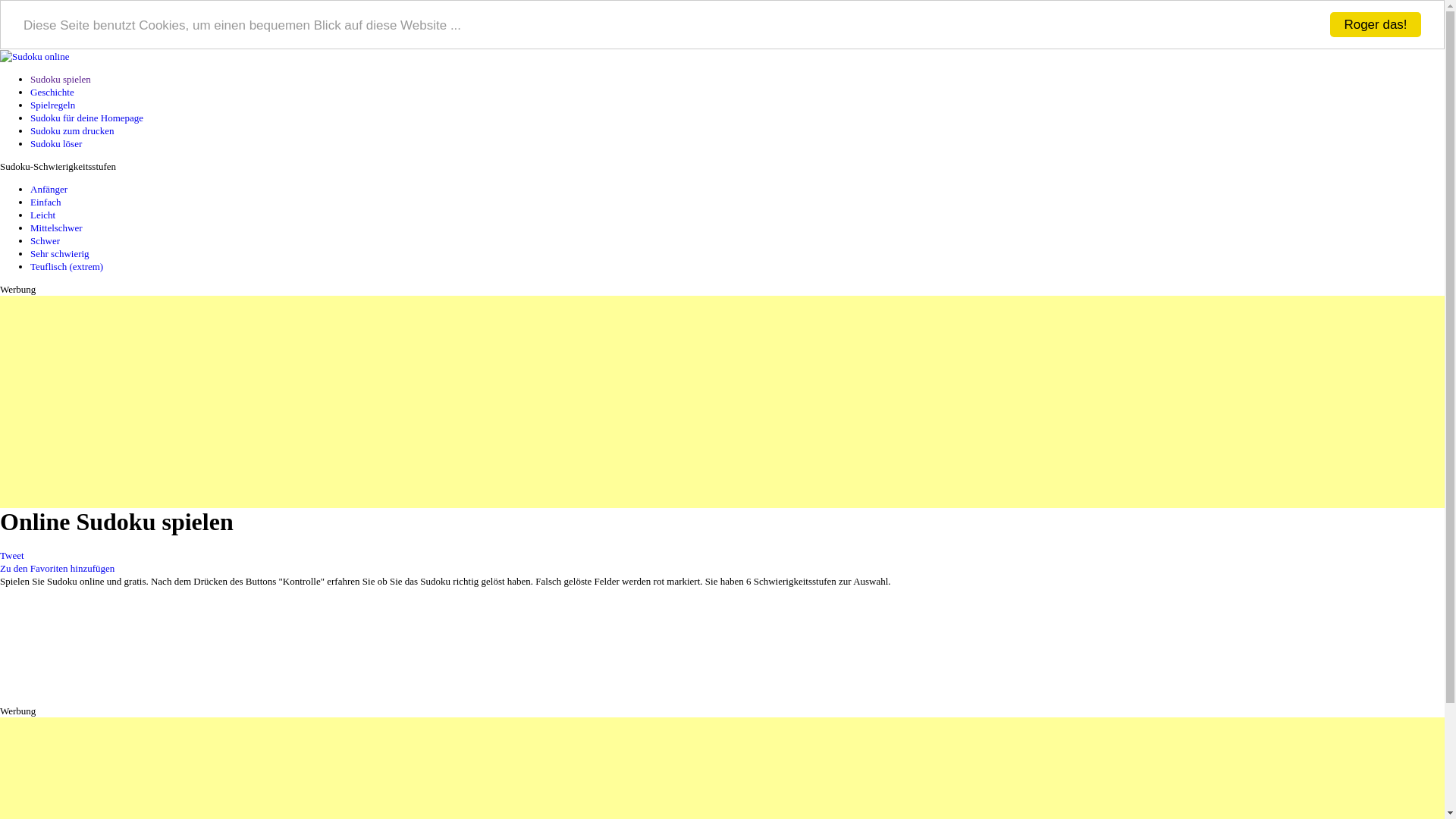 Image resolution: width=1456 pixels, height=819 pixels. Describe the element at coordinates (11, 555) in the screenshot. I see `'Tweet'` at that location.